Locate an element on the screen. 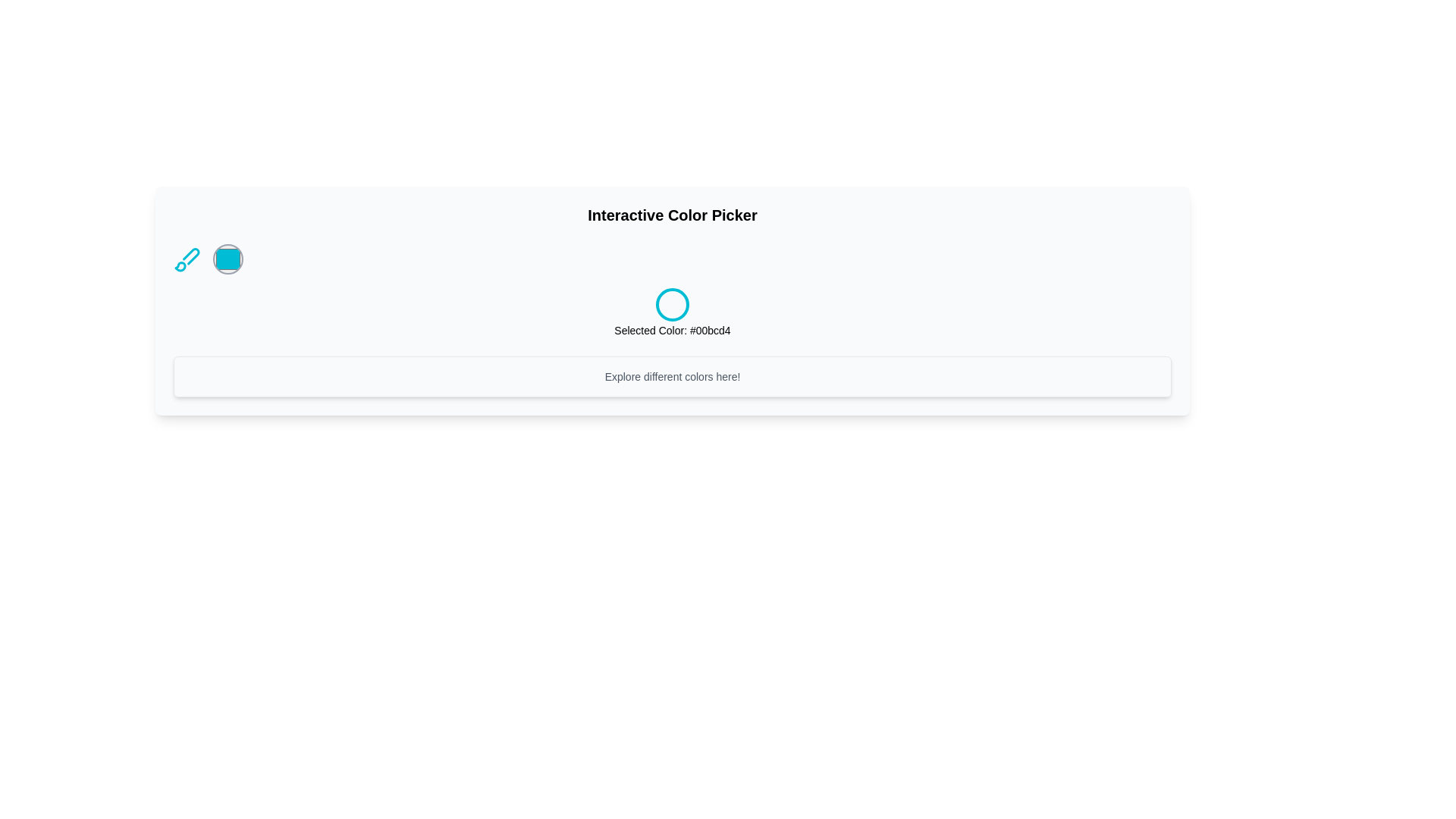 Image resolution: width=1456 pixels, height=819 pixels. the text box containing the content 'Explore different colors here!' located at the bottom of the 'Interactive Color Picker' section is located at coordinates (672, 376).